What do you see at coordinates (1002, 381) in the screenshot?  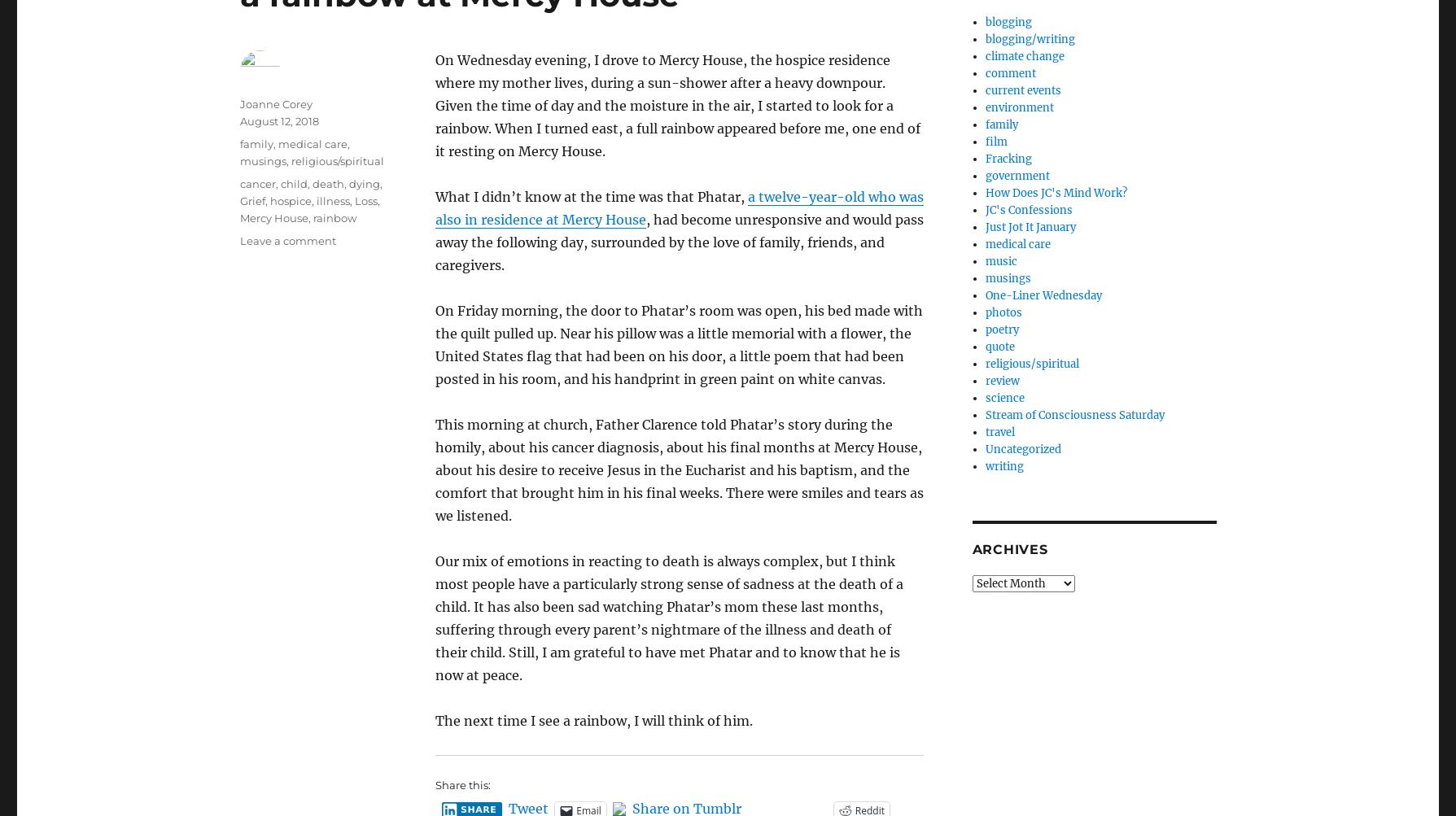 I see `'review'` at bounding box center [1002, 381].